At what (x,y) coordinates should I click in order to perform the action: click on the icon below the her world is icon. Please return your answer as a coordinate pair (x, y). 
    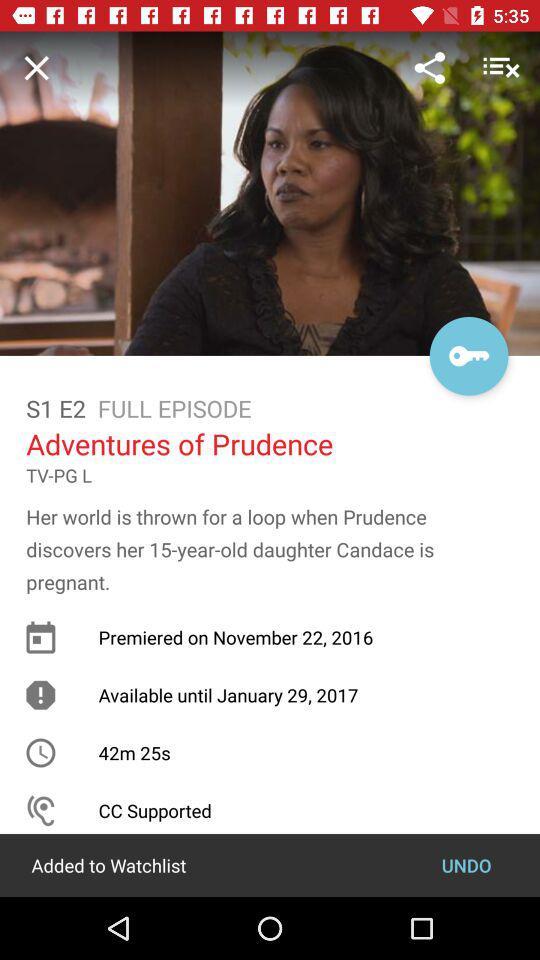
    Looking at the image, I should click on (466, 864).